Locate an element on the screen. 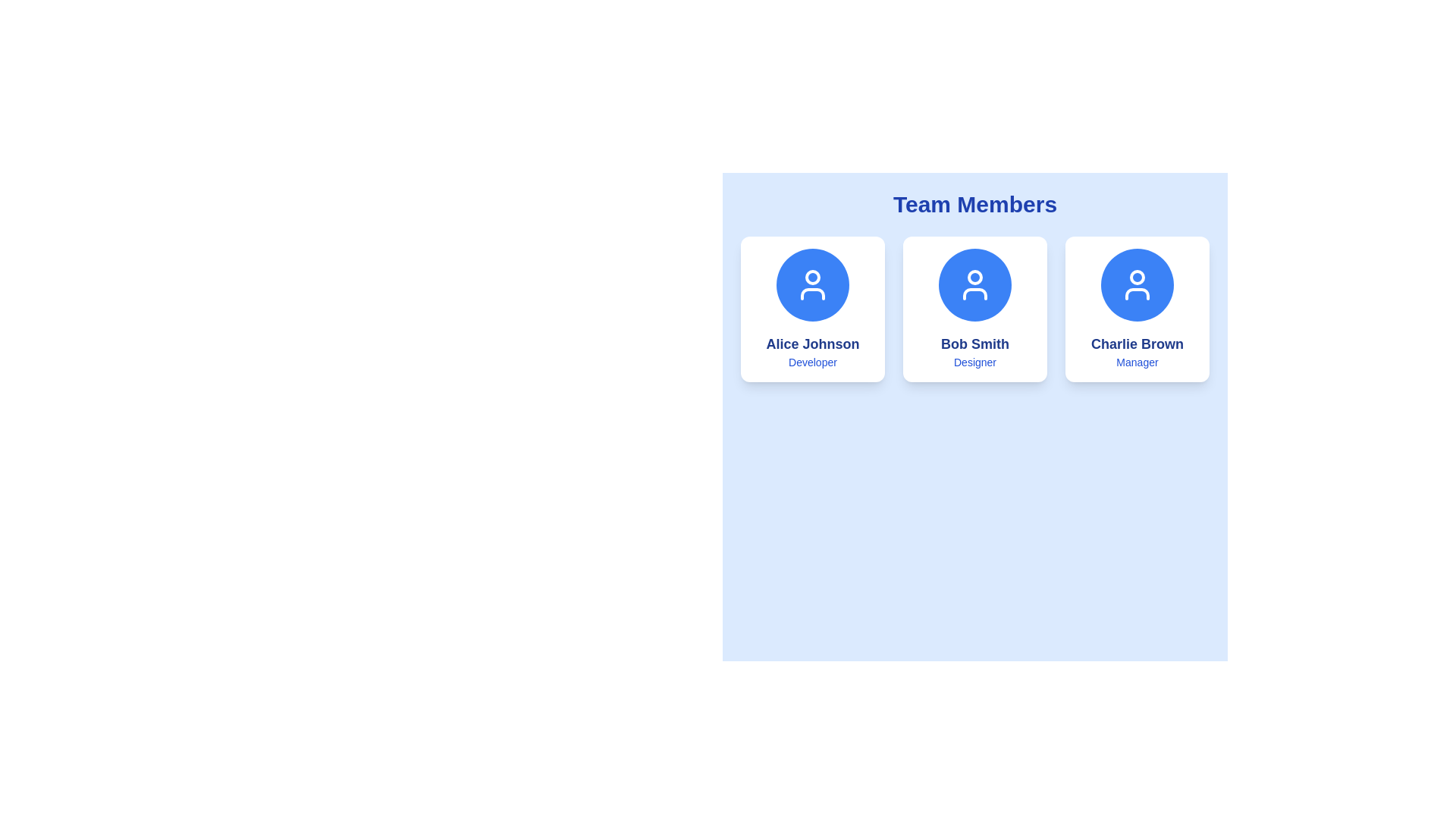 The height and width of the screenshot is (819, 1456). the text label indicating the role or position of 'Charlie Brown' within the 'Team Members' section, located below his name in the third card of three cards is located at coordinates (1137, 362).